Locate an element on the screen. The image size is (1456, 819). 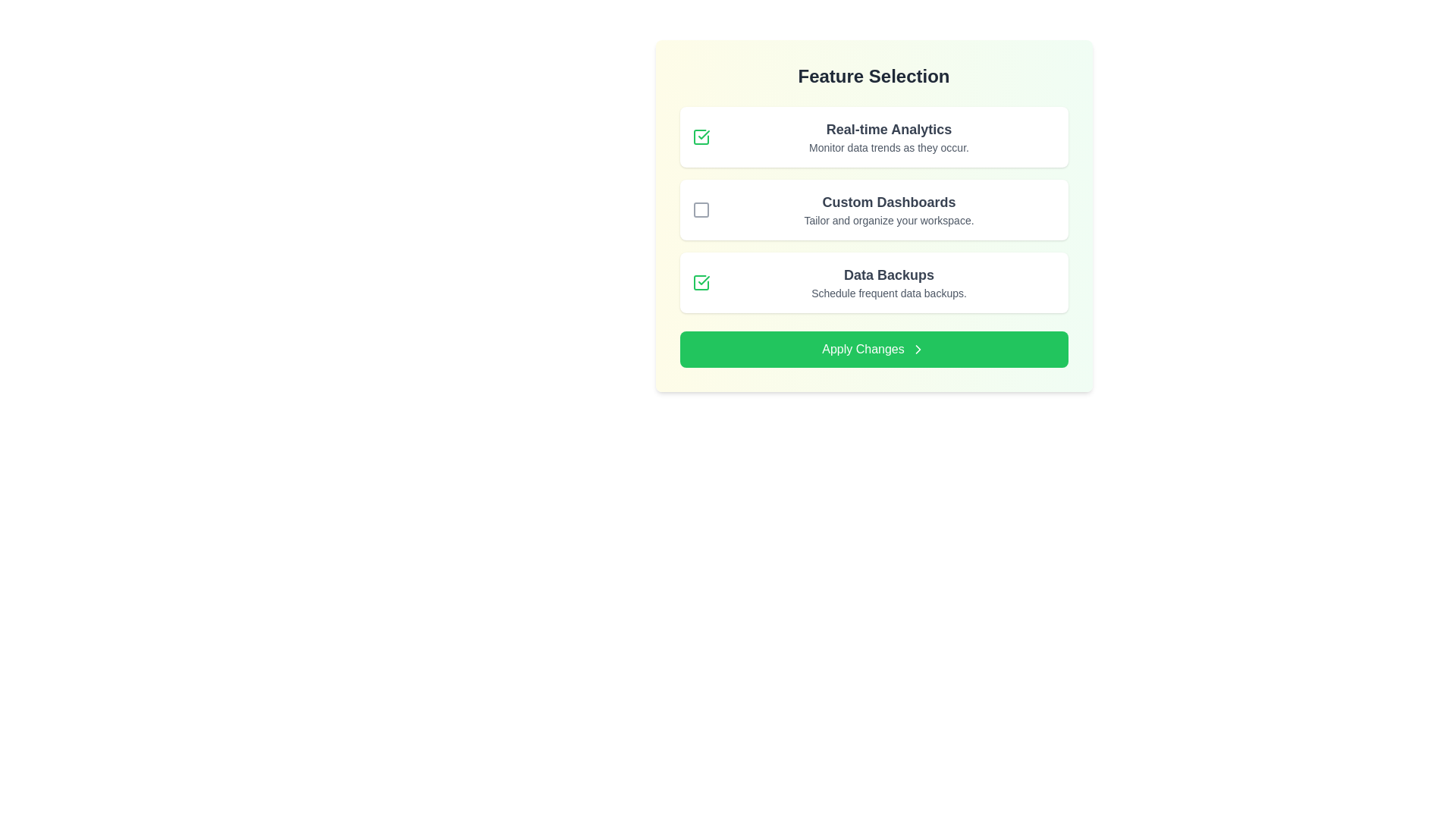
the informational UI element that contains the header 'Custom Dashboards' and the subtext 'Tailor and organize your workspace.' is located at coordinates (889, 210).